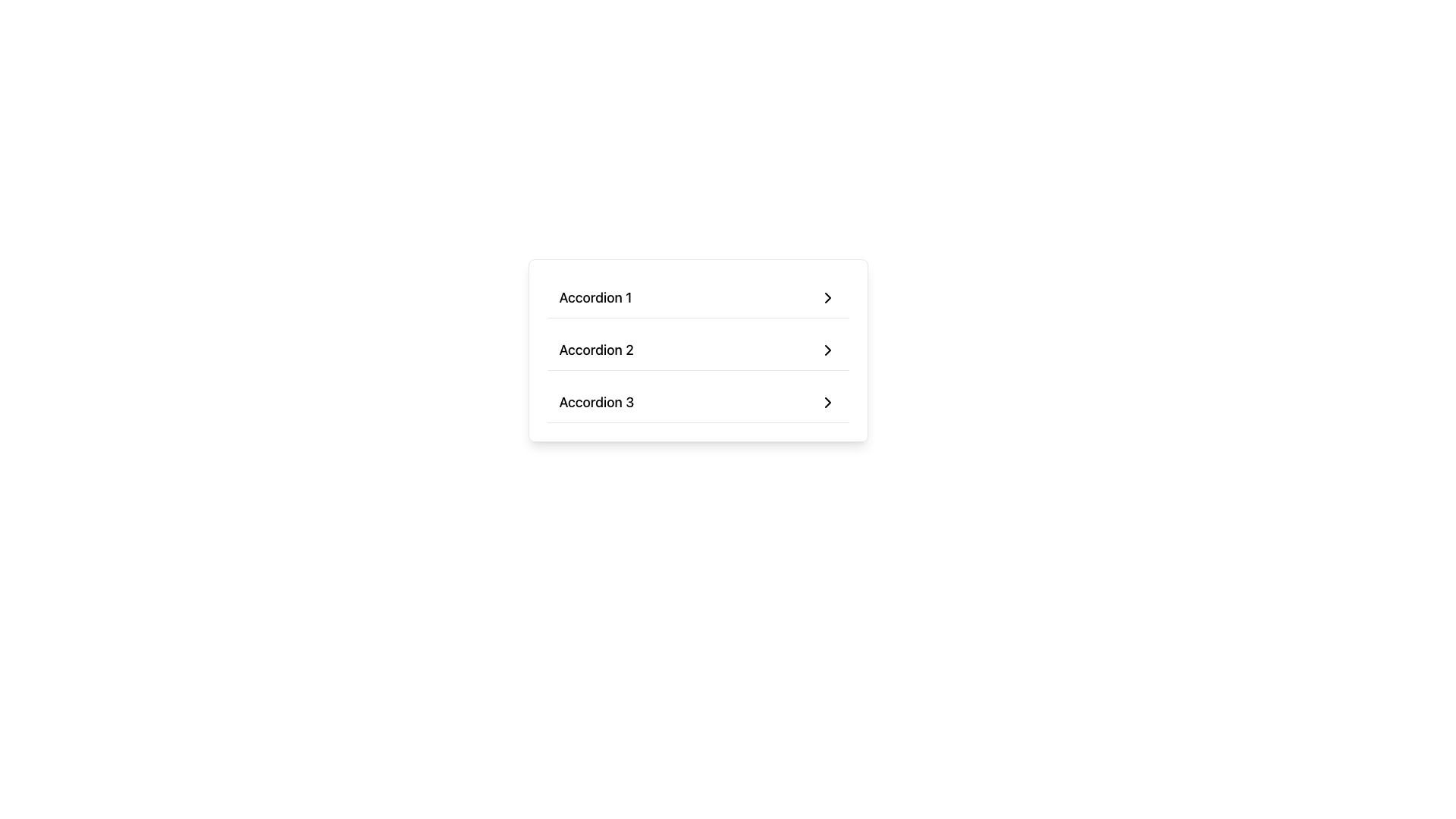 This screenshot has width=1456, height=819. Describe the element at coordinates (595, 350) in the screenshot. I see `the text label displaying 'Accordion 2', which is located in the second accordion item of a vertical list of accordions` at that location.